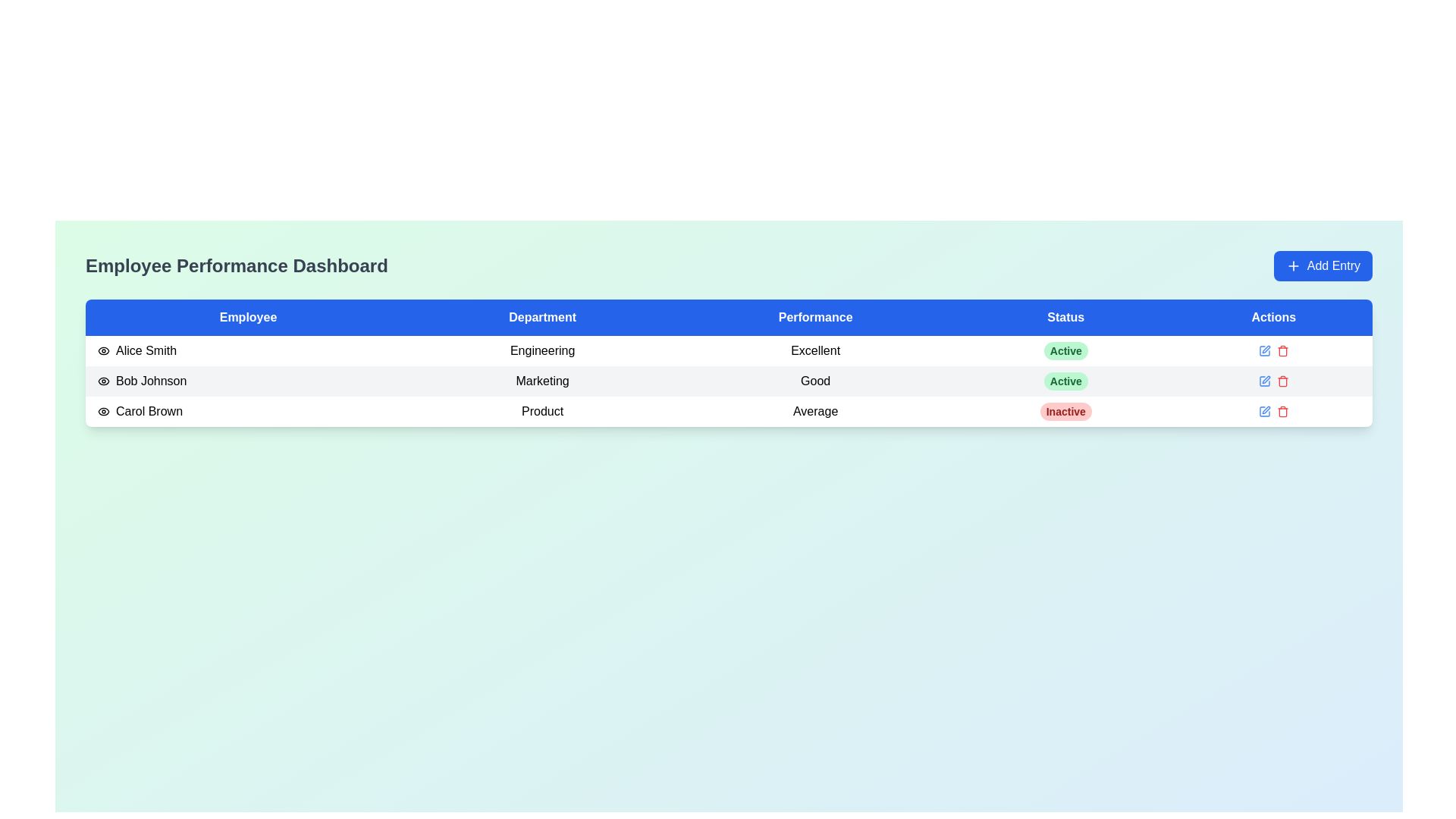  I want to click on text block displaying the word 'Marketing' which is located in the second row of the table under the column titled 'Department' for 'Bob Johnson', so click(542, 380).